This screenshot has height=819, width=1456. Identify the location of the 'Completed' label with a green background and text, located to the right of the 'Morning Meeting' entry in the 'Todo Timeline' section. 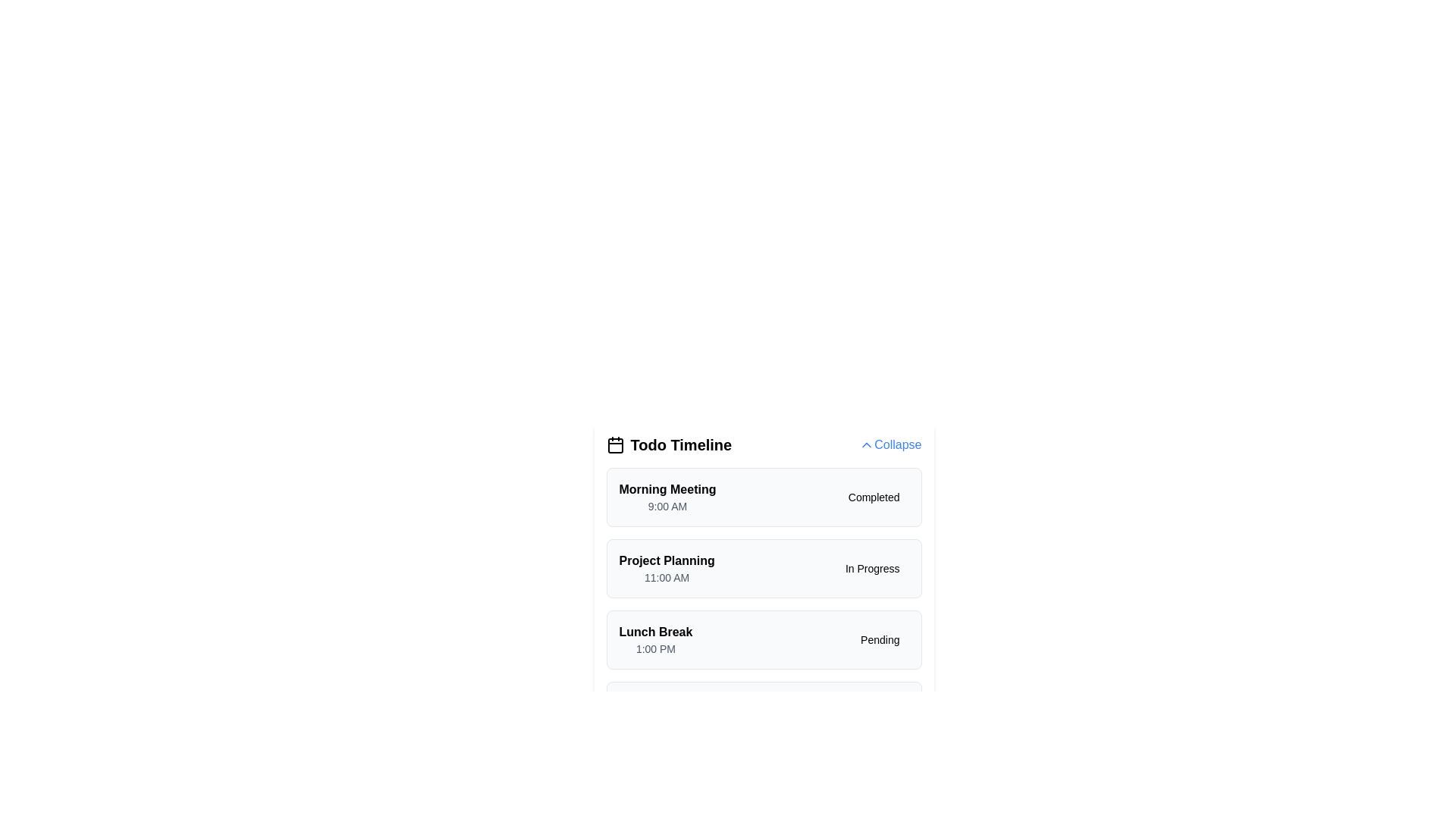
(874, 497).